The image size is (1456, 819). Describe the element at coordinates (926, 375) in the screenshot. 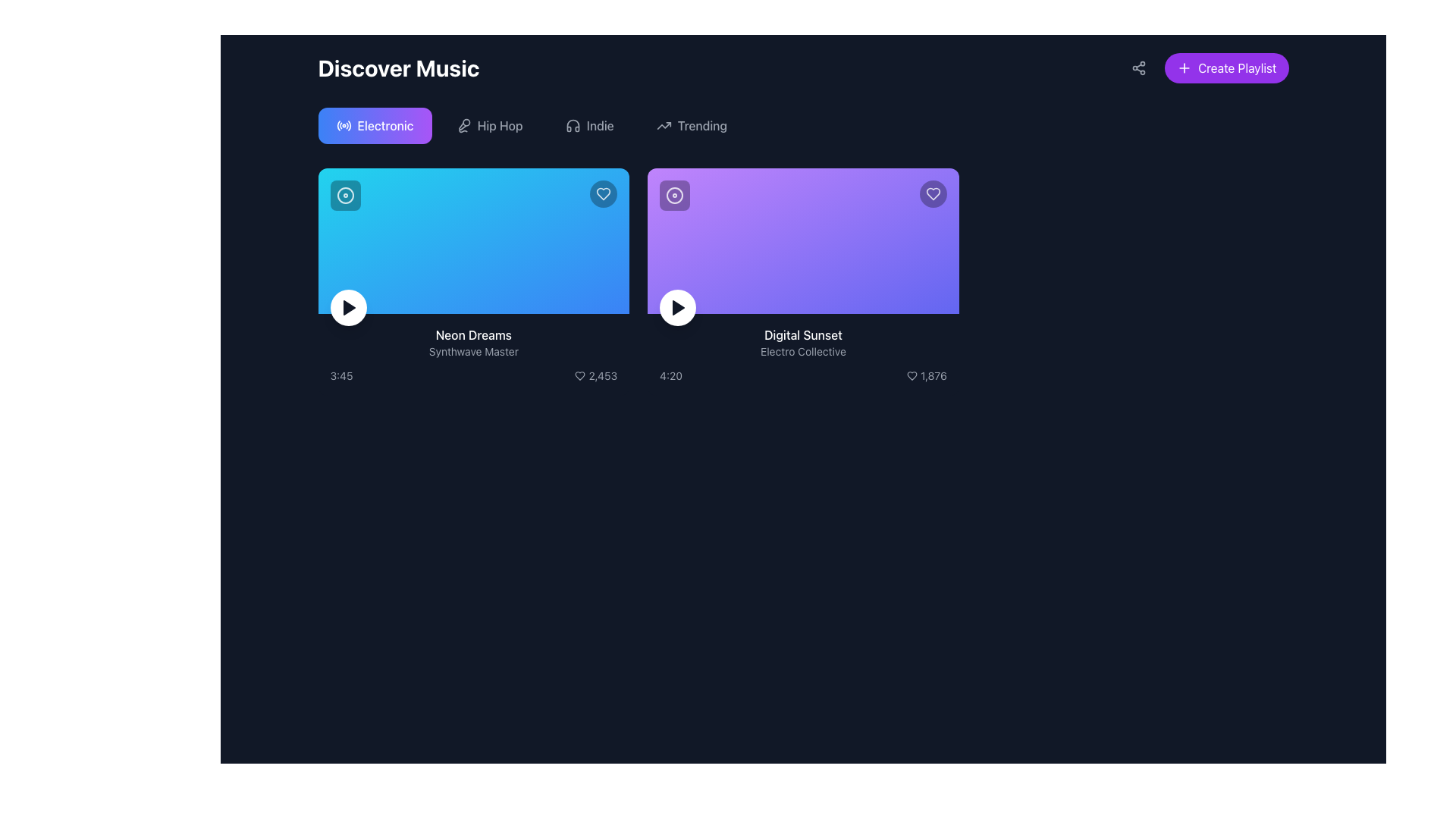

I see `the heart icon in the like counter located at the bottom-right corner of the 'Digital Sunset' card, which shows a count of '1,876'` at that location.